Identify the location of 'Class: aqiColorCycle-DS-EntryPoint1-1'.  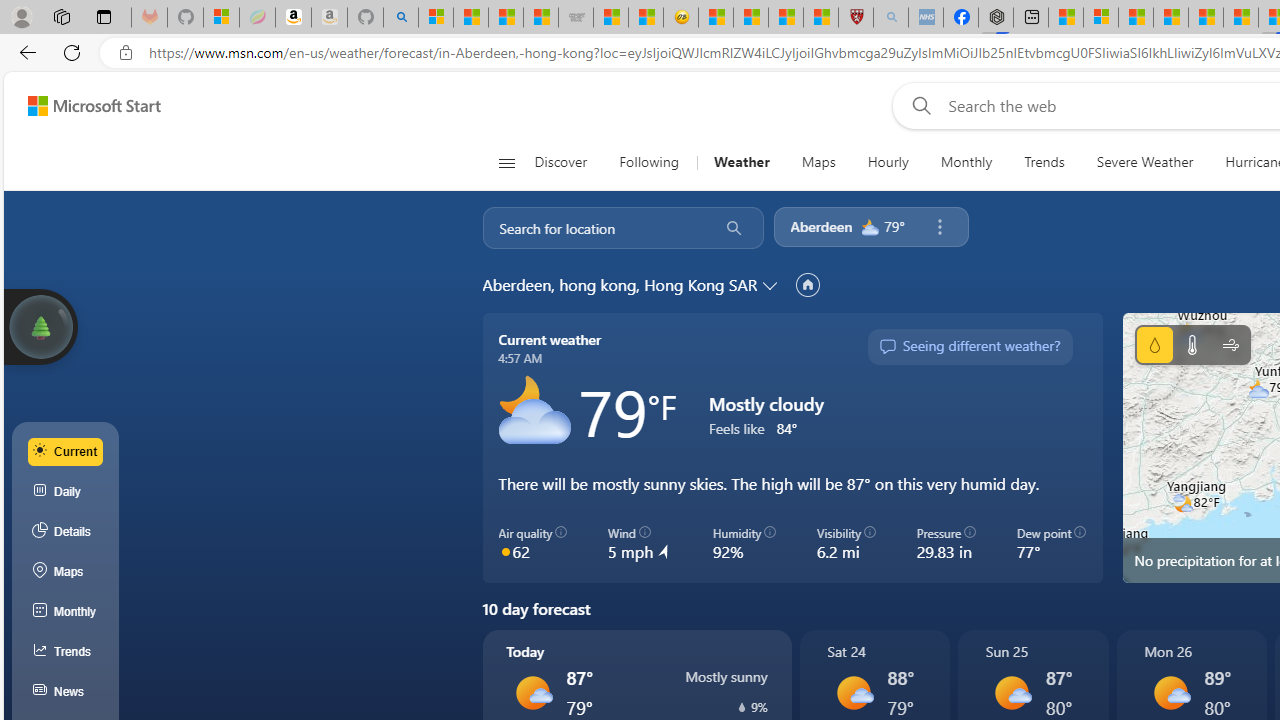
(505, 551).